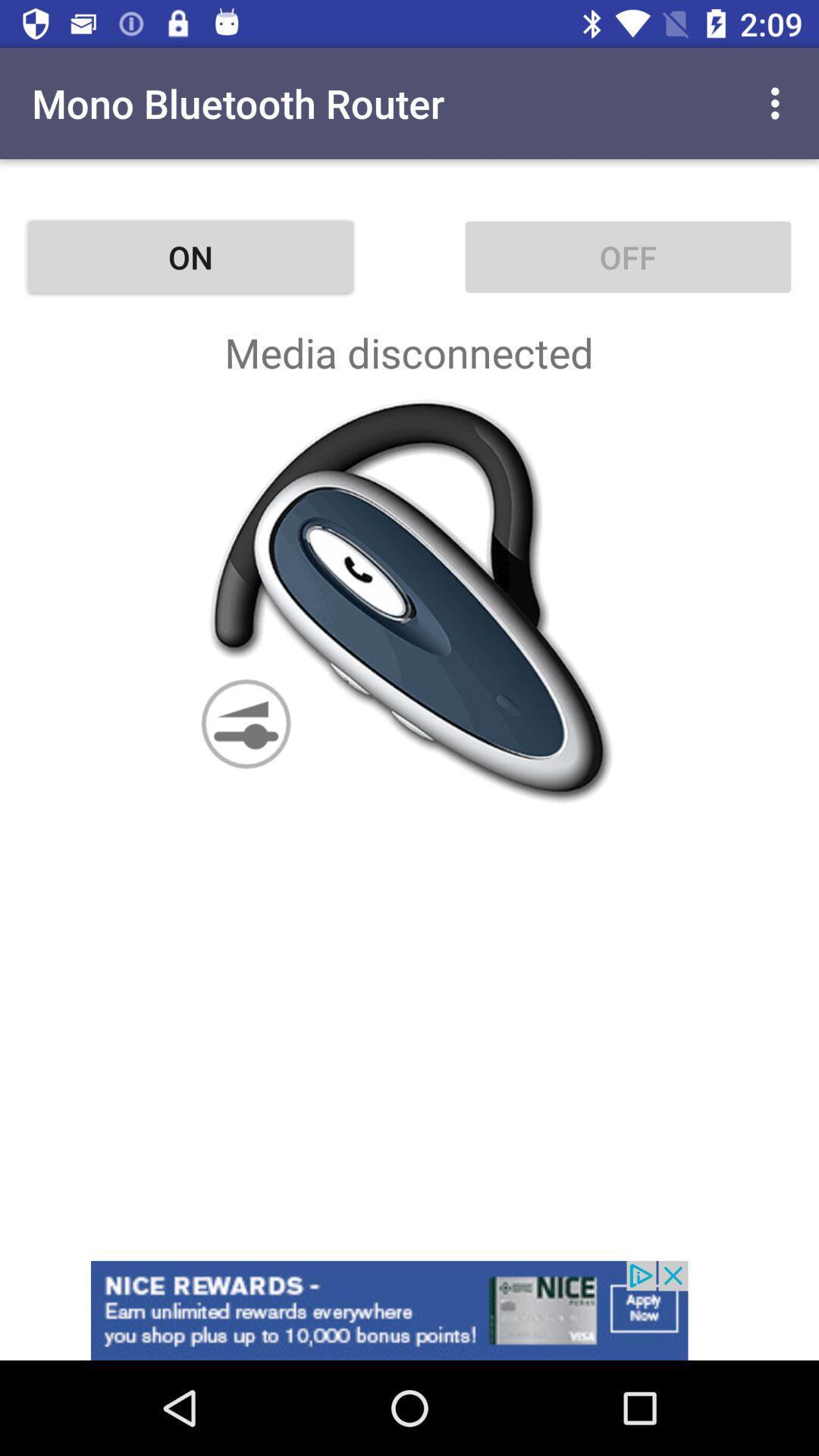  I want to click on open device volume control, so click(409, 600).